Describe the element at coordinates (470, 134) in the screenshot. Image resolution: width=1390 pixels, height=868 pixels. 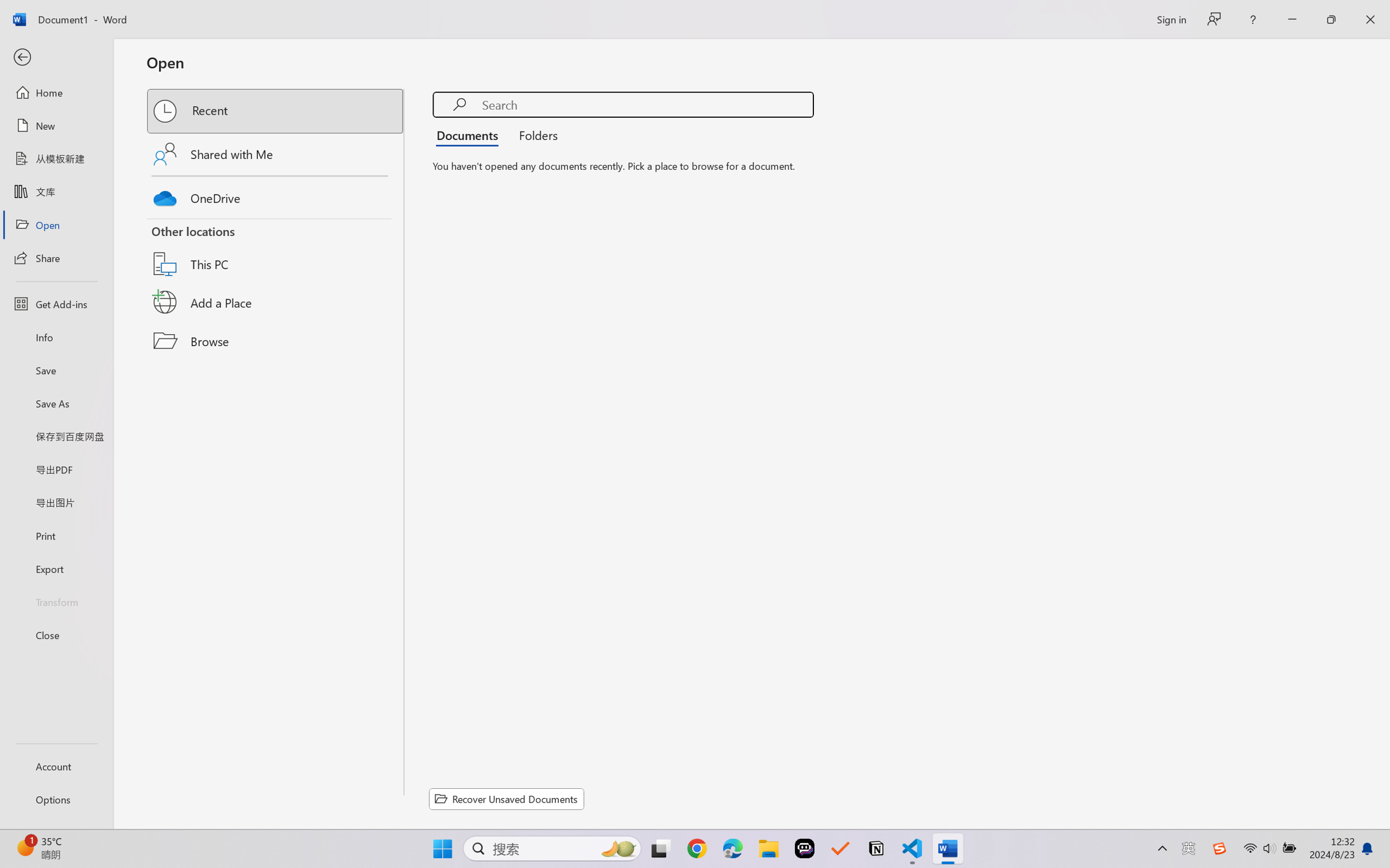
I see `'Documents'` at that location.